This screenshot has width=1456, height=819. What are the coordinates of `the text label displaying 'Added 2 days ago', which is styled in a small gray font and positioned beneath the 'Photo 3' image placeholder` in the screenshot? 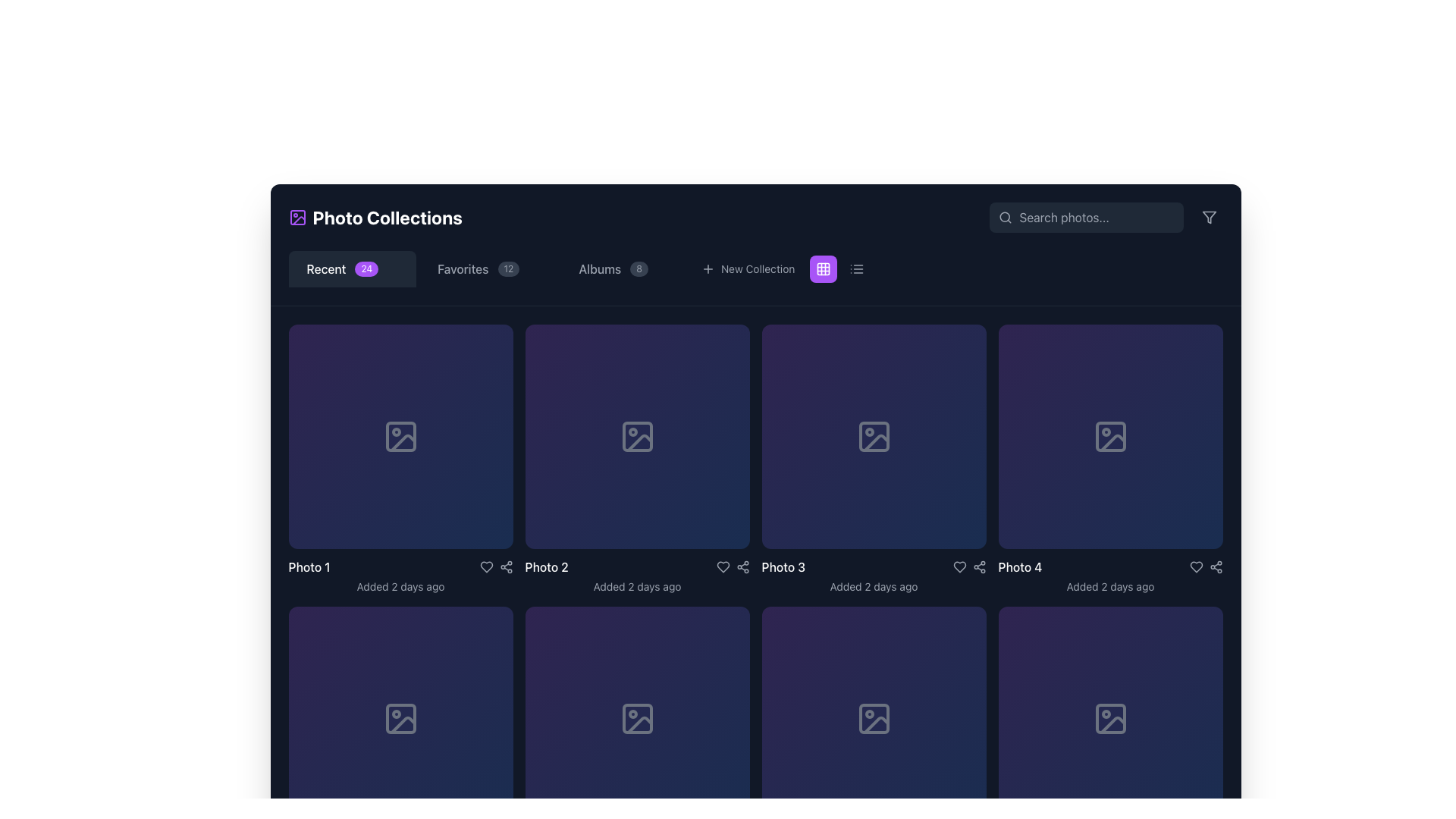 It's located at (874, 586).